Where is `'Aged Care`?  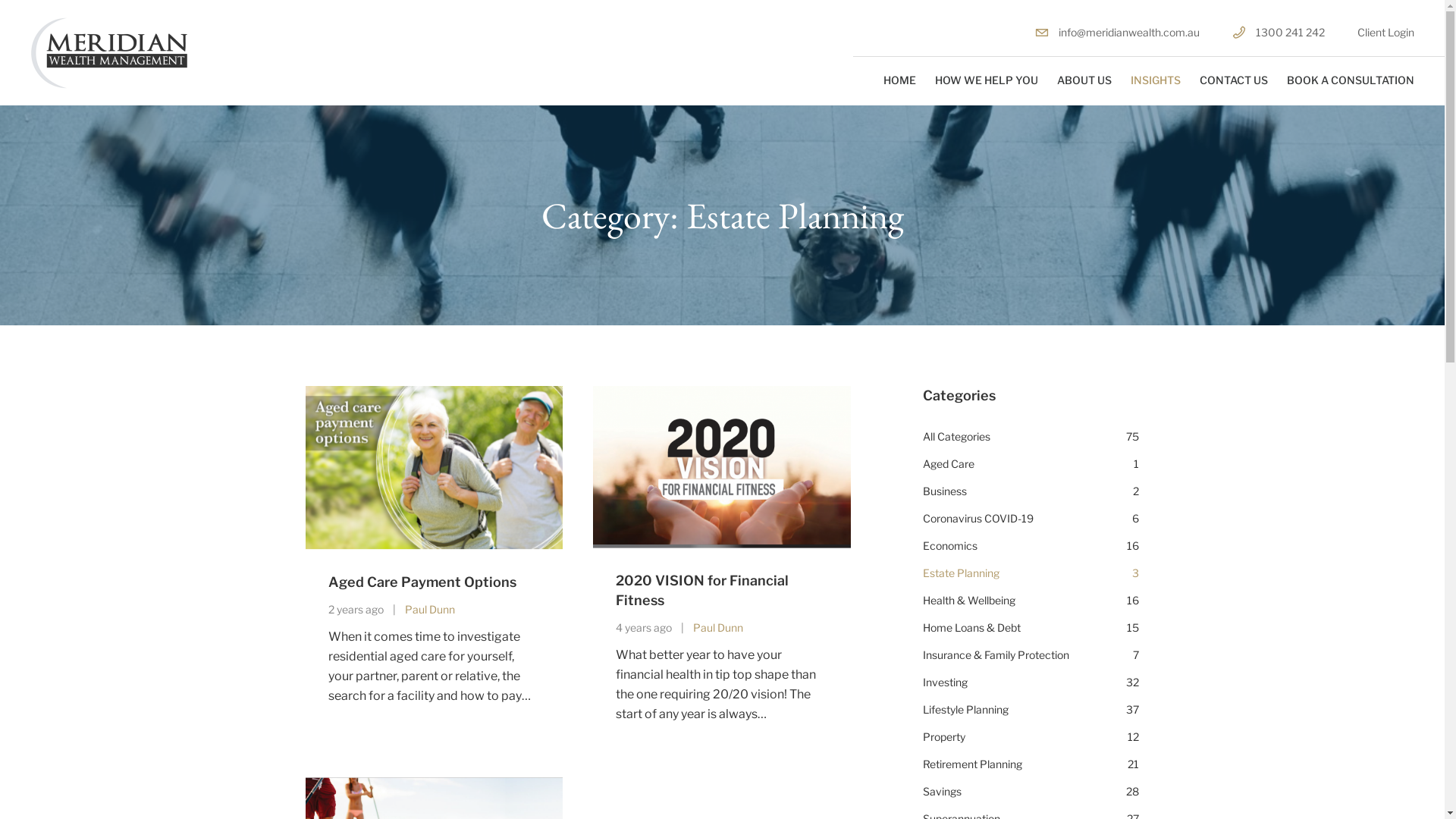 'Aged Care is located at coordinates (1031, 463).